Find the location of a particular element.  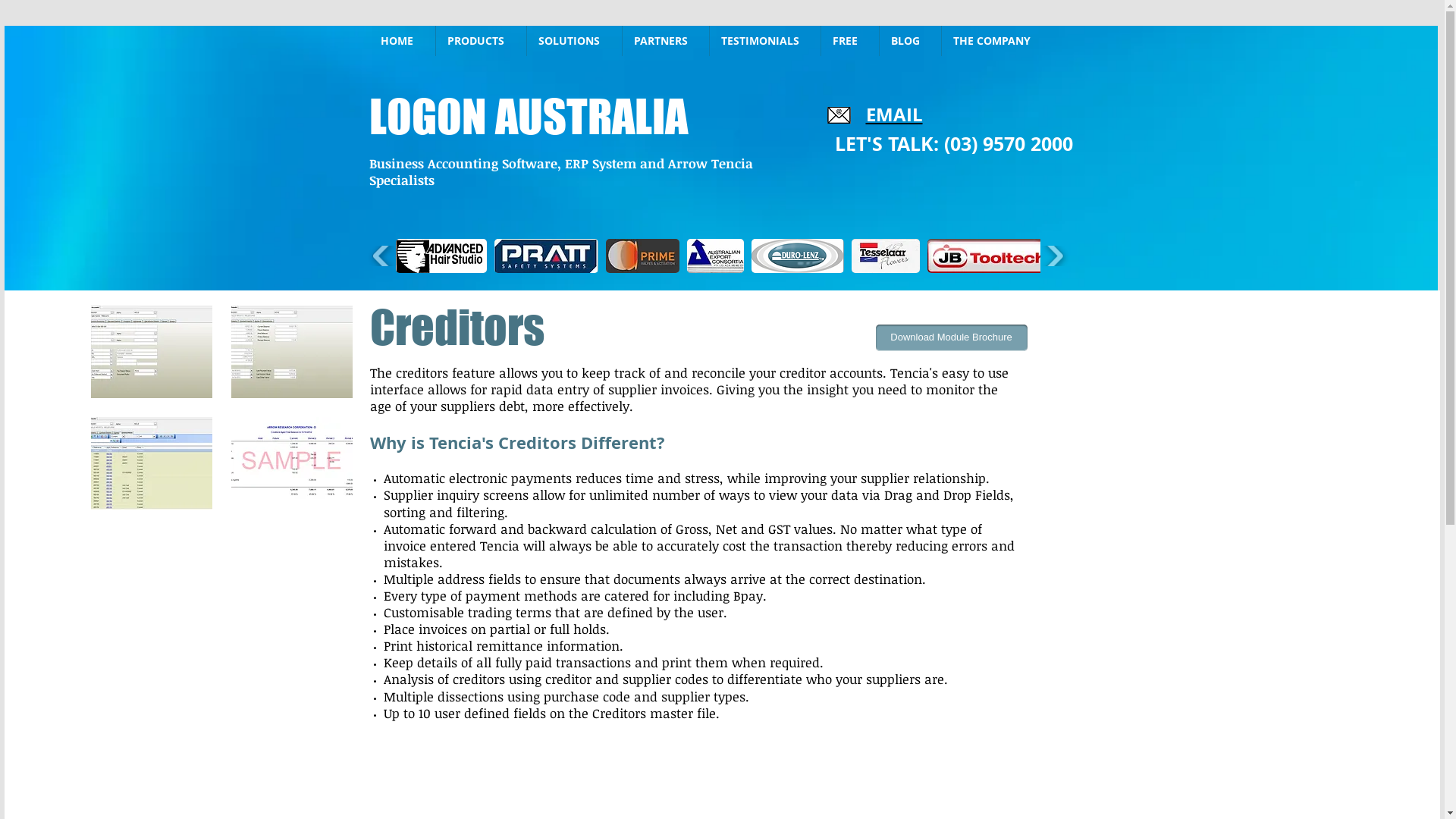

'PARTNERS' is located at coordinates (622, 40).